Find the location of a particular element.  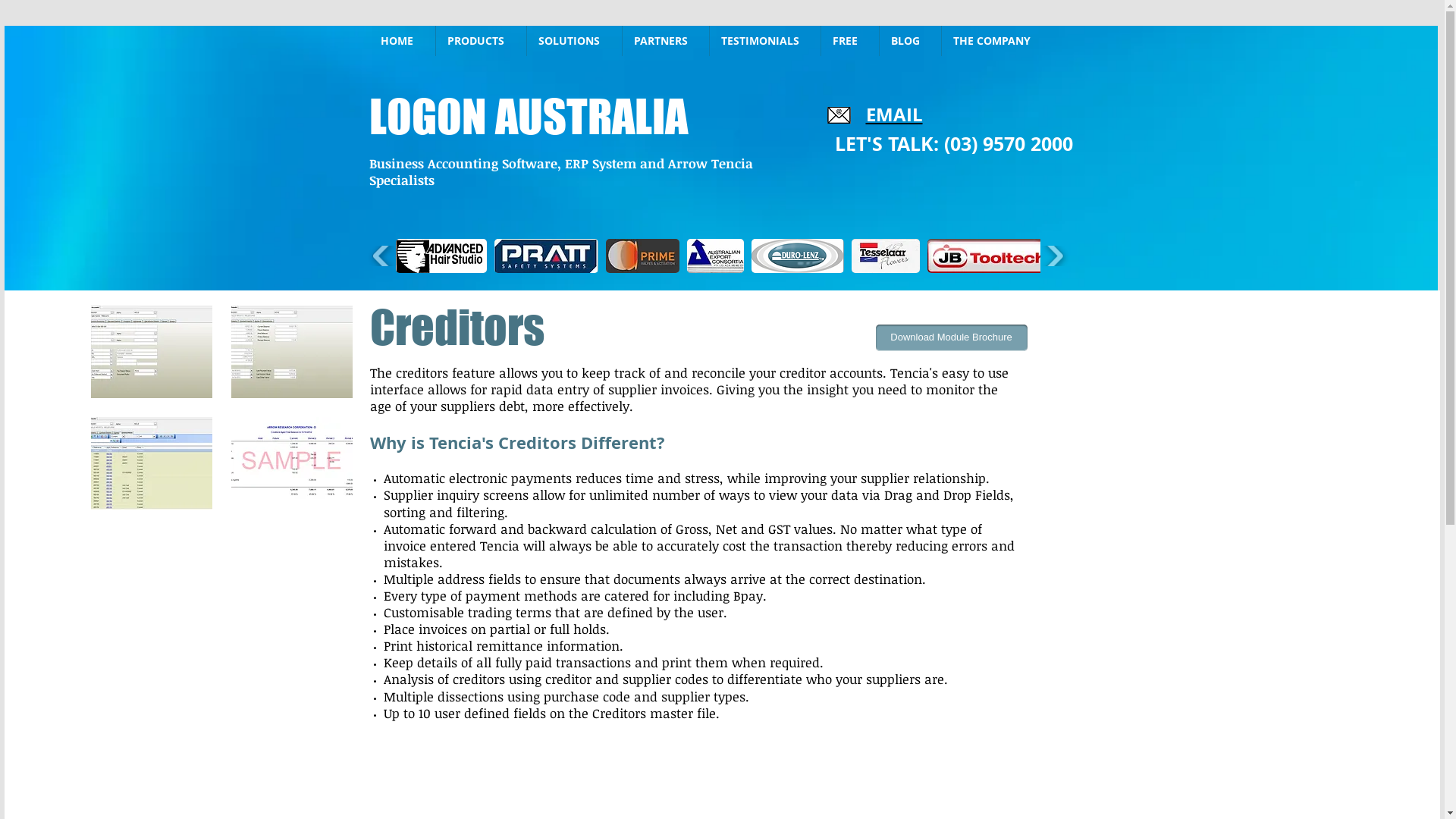

'PARTNERS' is located at coordinates (622, 40).